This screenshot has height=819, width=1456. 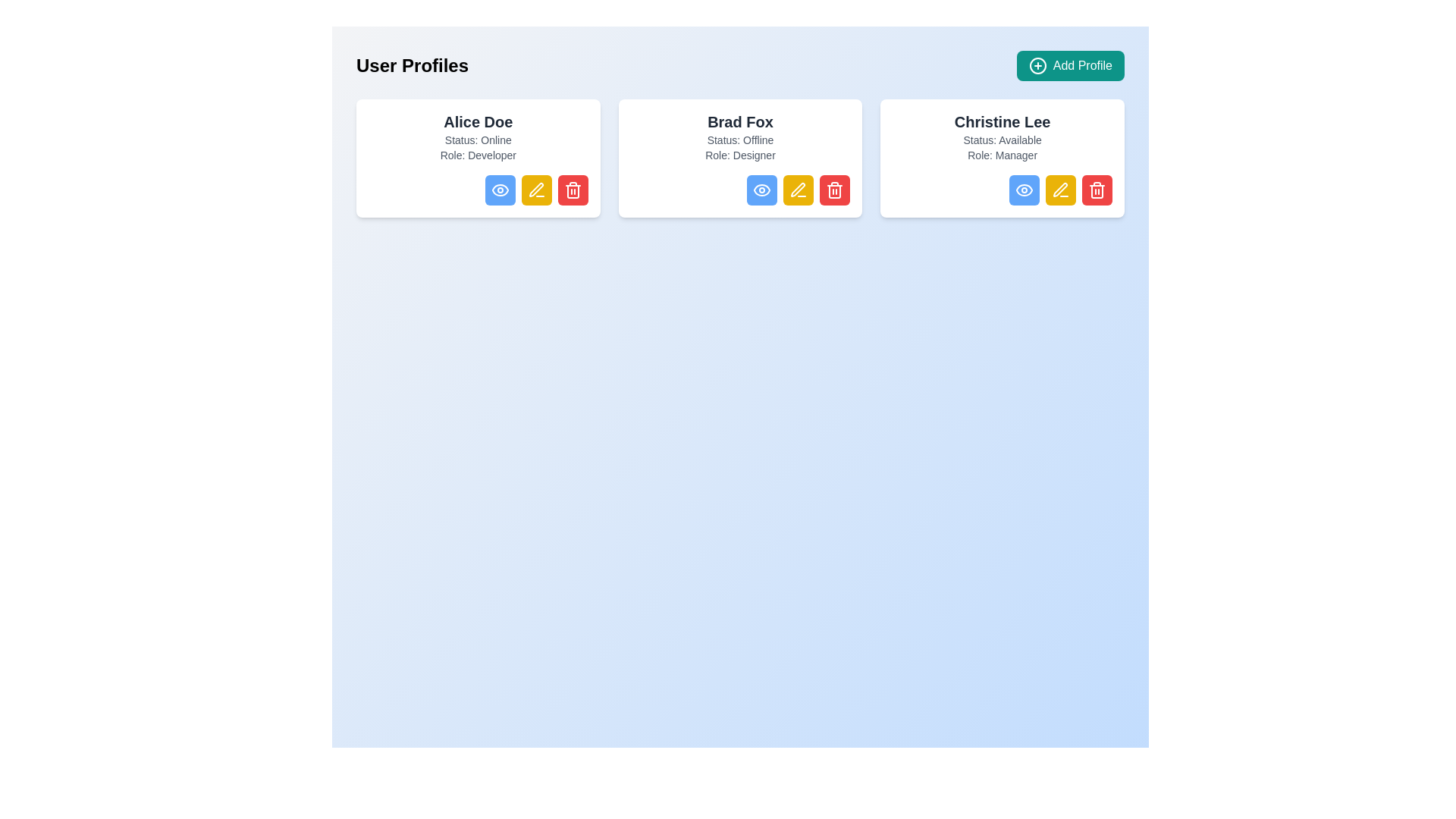 What do you see at coordinates (1097, 189) in the screenshot?
I see `the small red trash can icon within the button located in the card associated with 'Christine Lee' under the 'User Profiles' section` at bounding box center [1097, 189].